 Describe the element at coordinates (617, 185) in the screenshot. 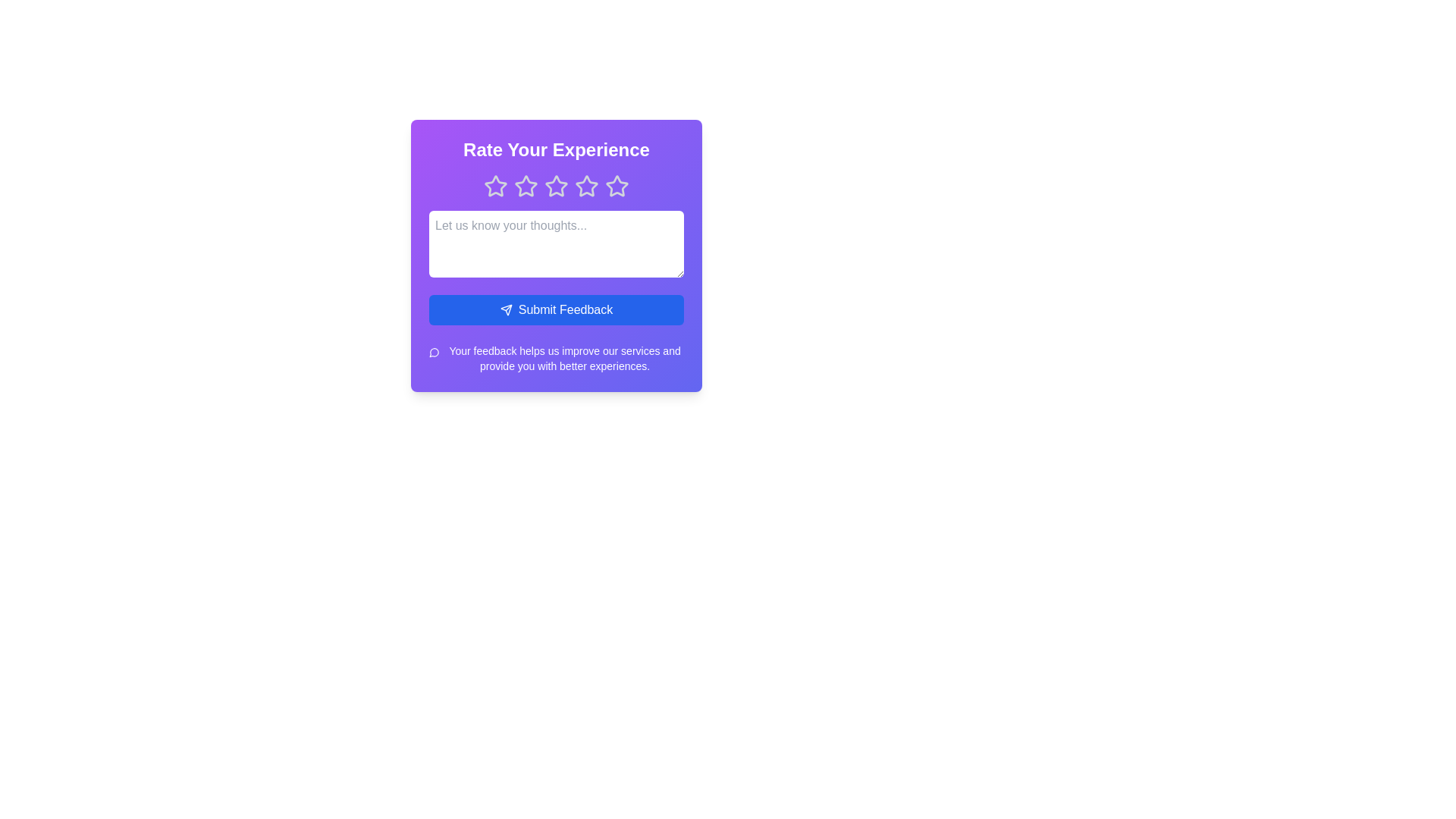

I see `the fourth star icon from the left in a sequence of five stars` at that location.